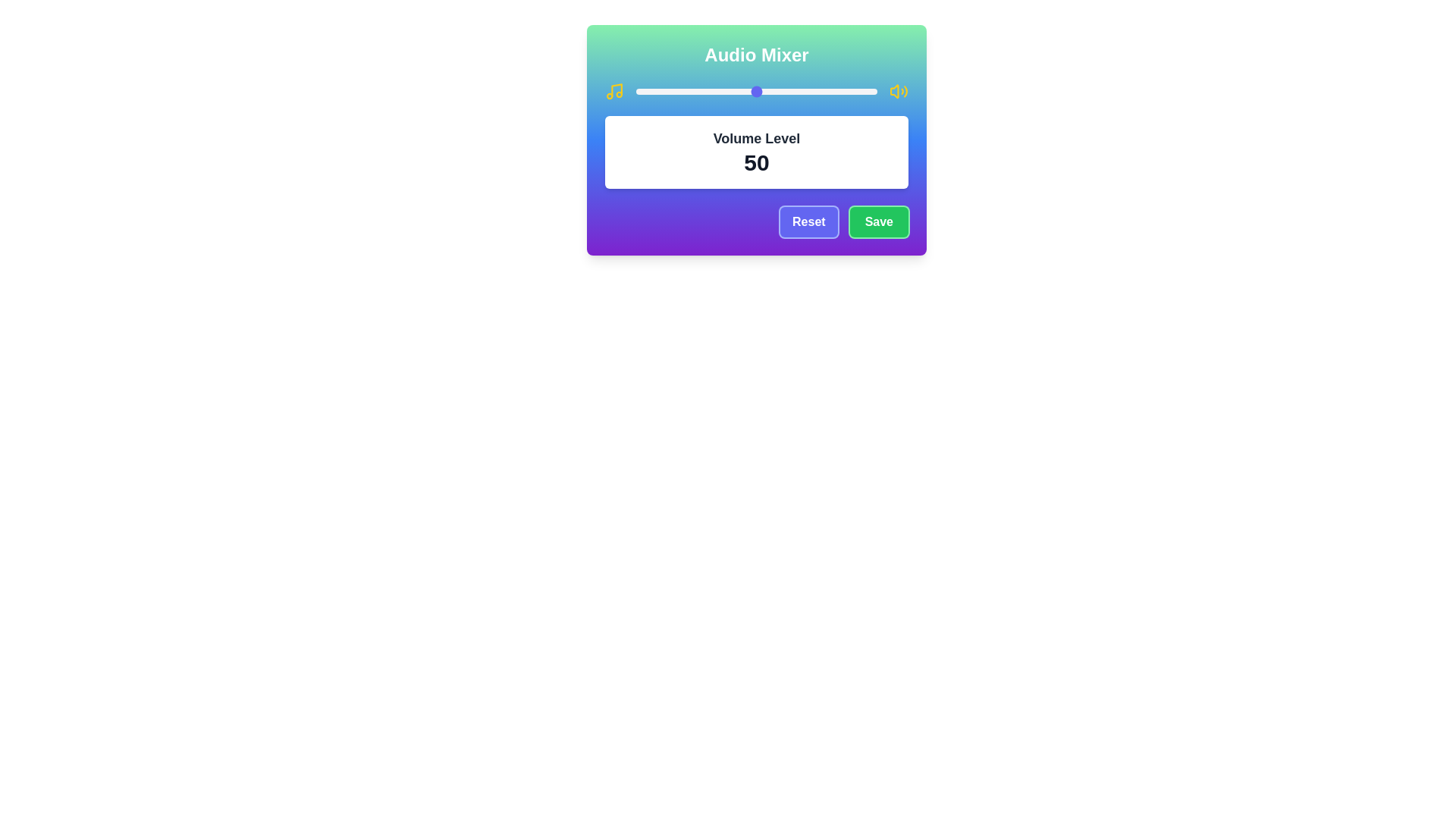 This screenshot has height=819, width=1456. I want to click on the slider, so click(761, 91).